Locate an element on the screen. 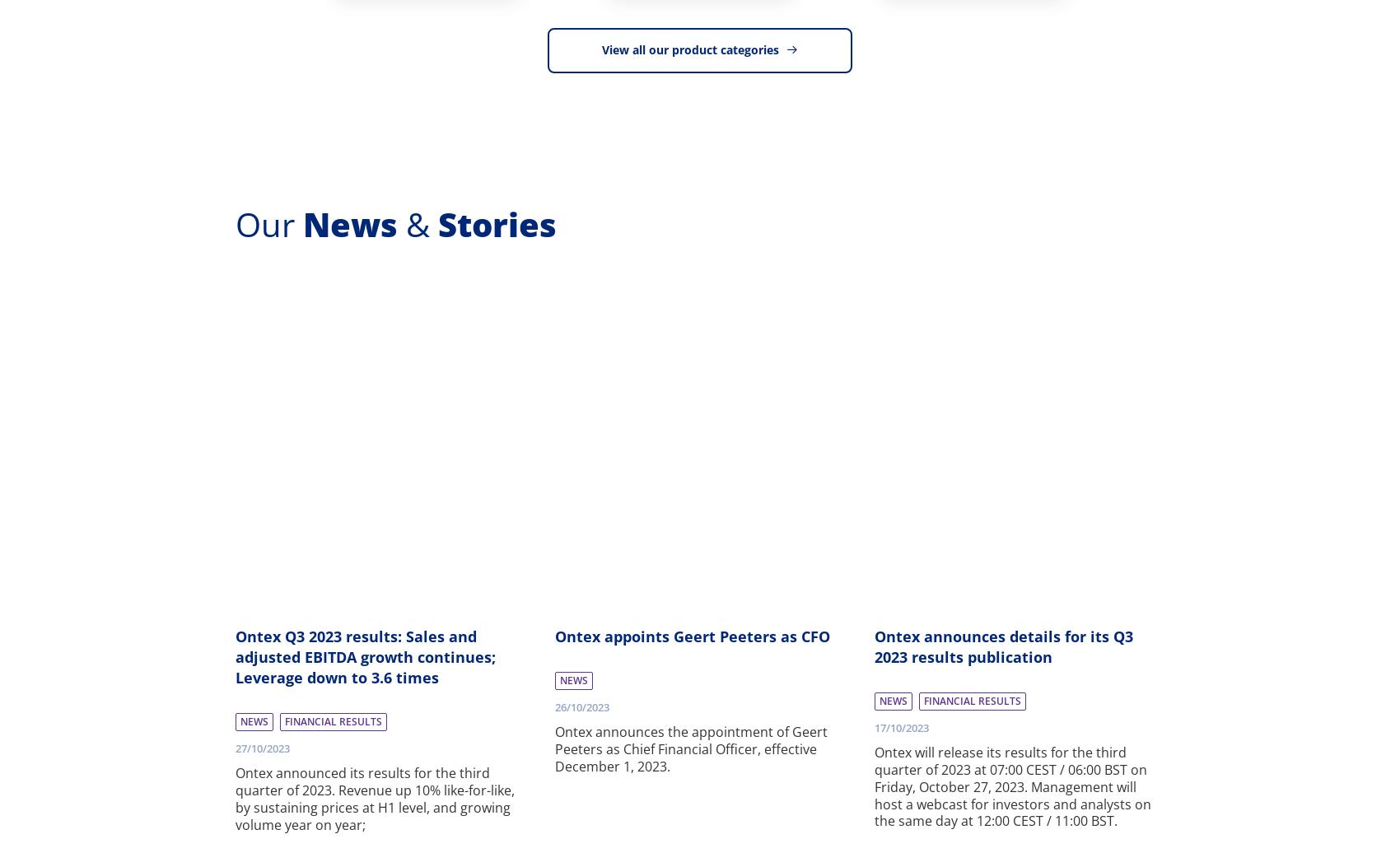  'Ontex appoints Geert Peeters as CFO' is located at coordinates (691, 635).